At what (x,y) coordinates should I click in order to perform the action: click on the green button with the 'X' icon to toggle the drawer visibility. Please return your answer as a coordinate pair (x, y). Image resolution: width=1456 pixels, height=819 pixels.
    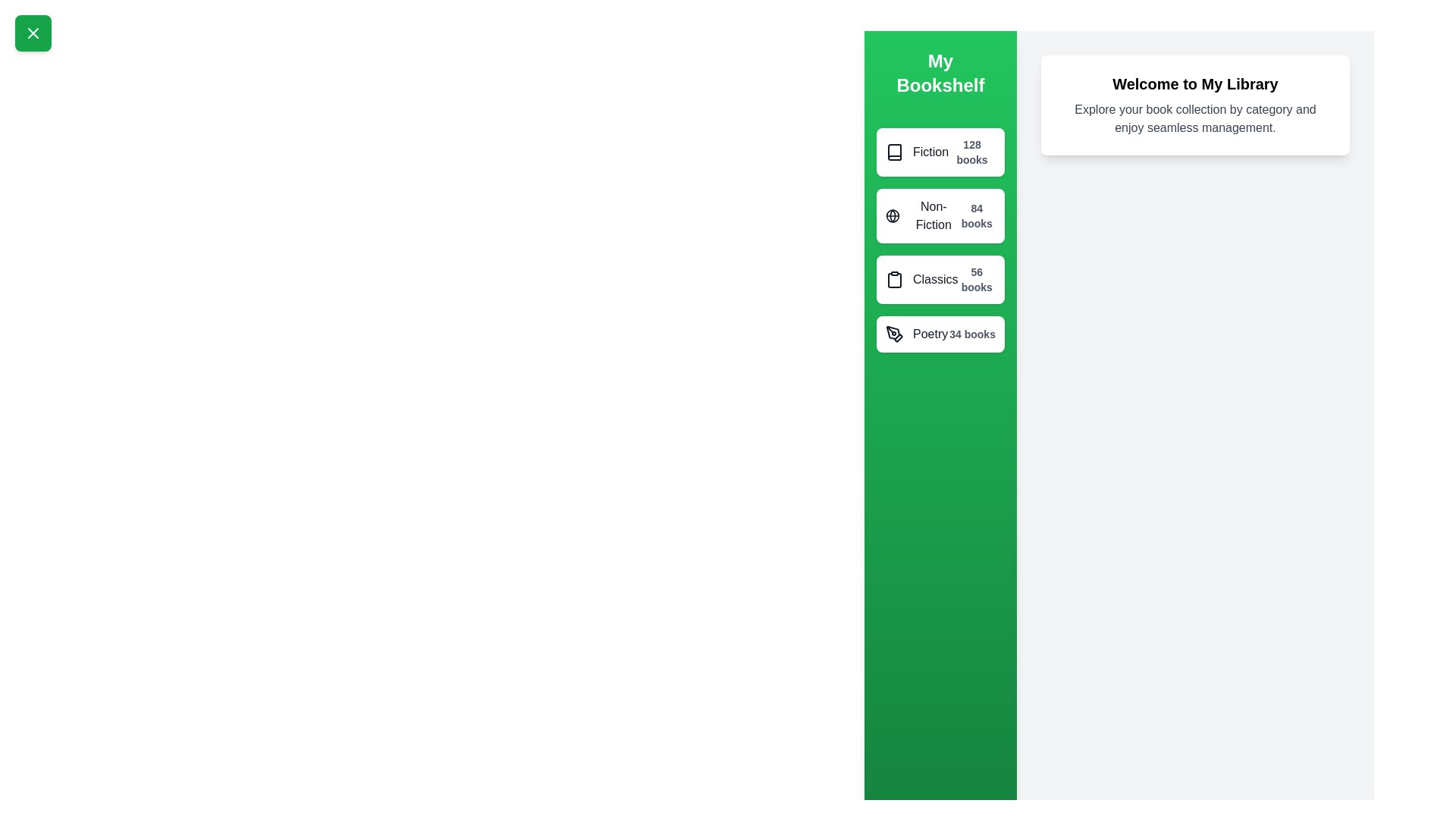
    Looking at the image, I should click on (33, 33).